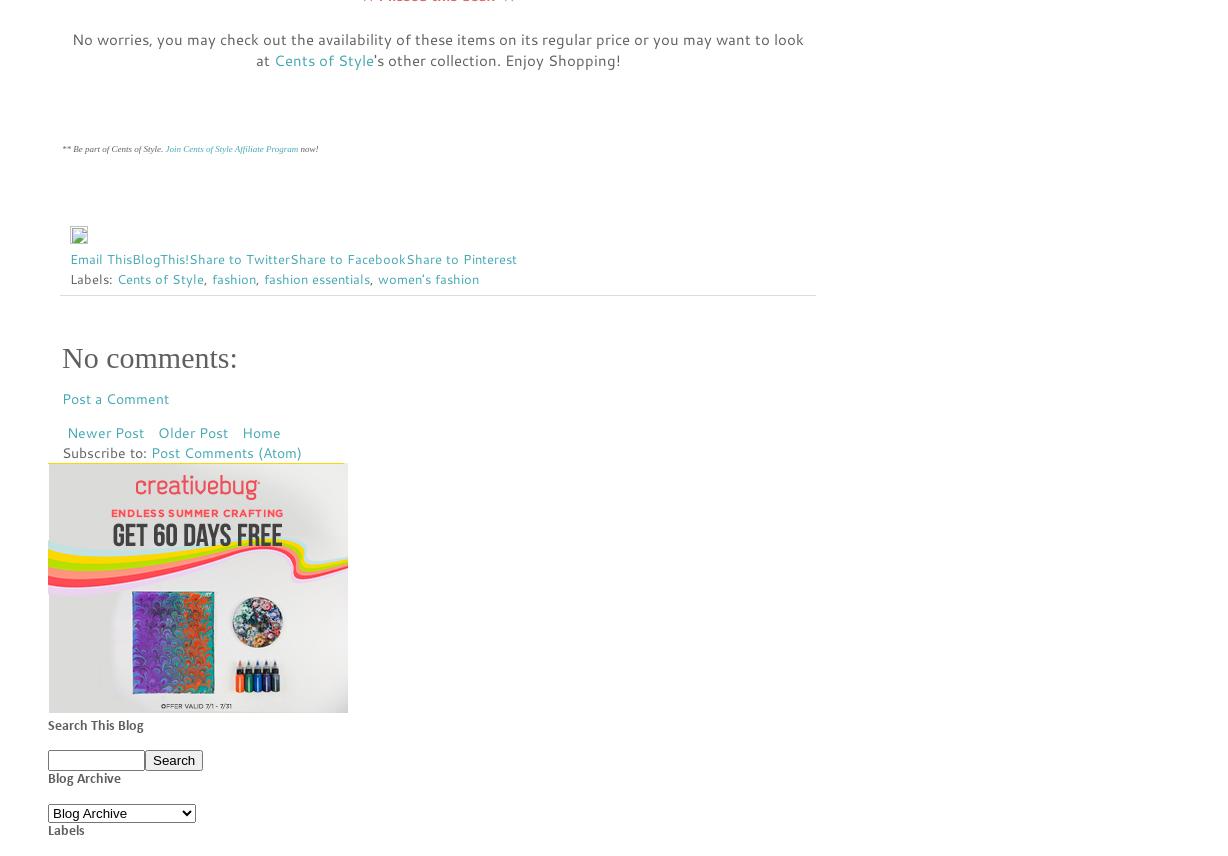  Describe the element at coordinates (192, 432) in the screenshot. I see `'Older Post'` at that location.